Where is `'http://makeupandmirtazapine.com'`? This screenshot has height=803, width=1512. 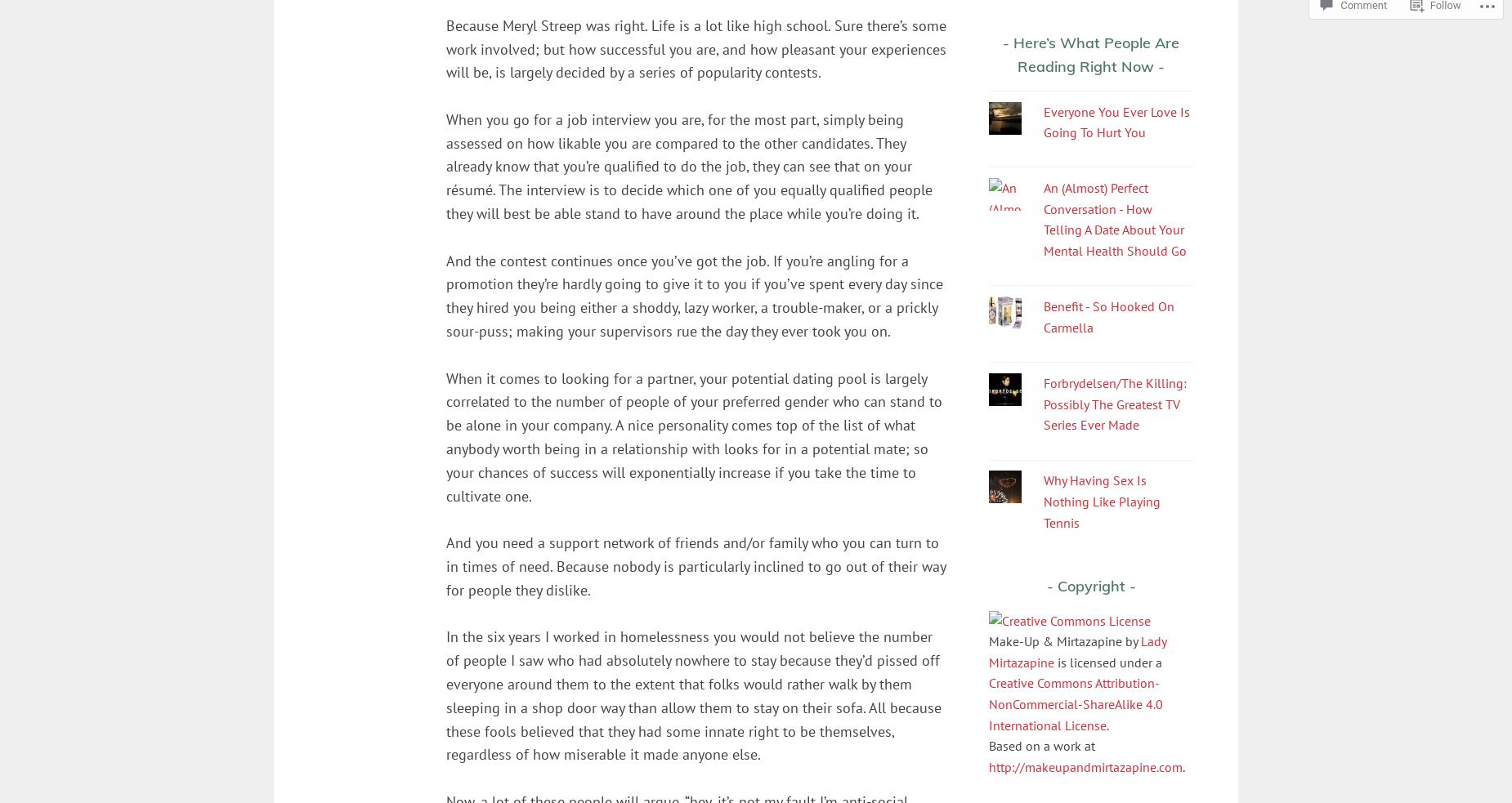
'http://makeupandmirtazapine.com' is located at coordinates (1085, 765).